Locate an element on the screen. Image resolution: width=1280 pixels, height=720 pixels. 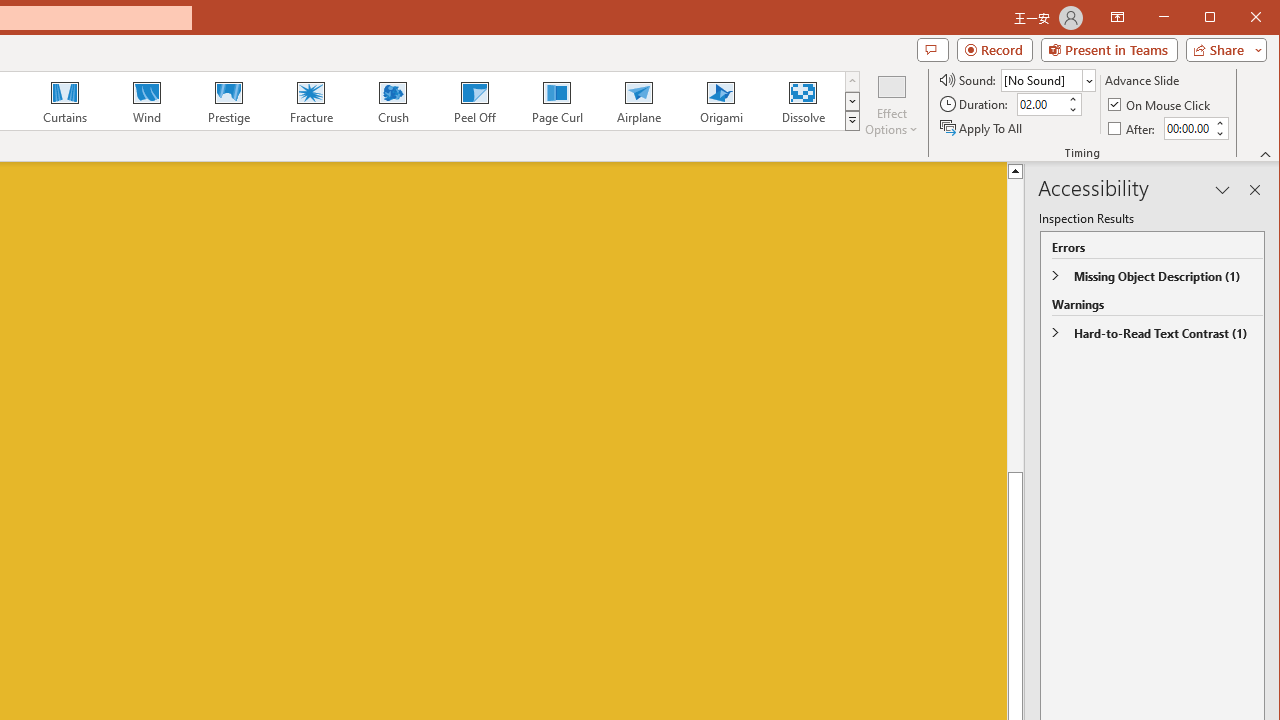
'Prestige' is located at coordinates (229, 100).